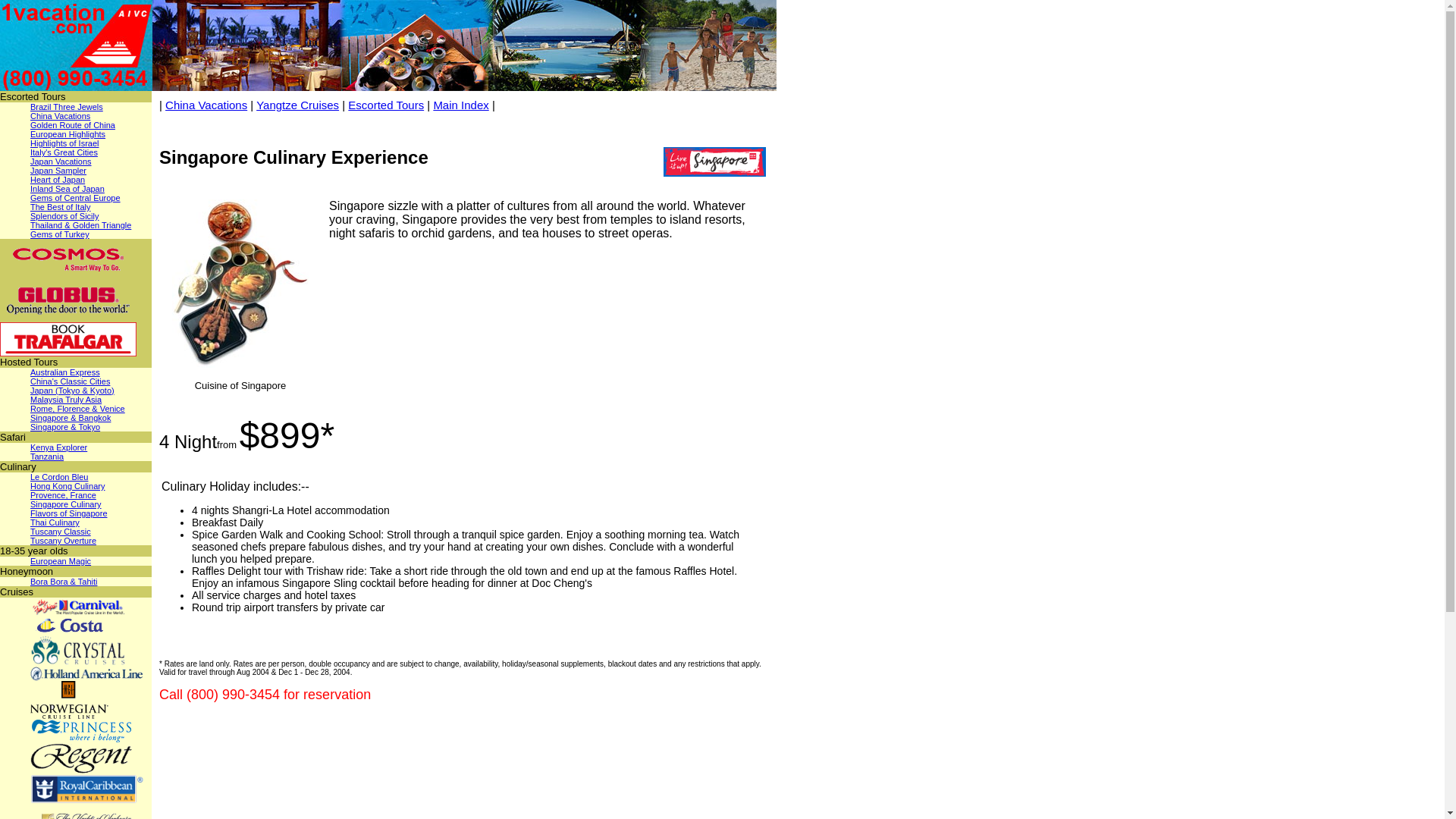 Image resolution: width=1456 pixels, height=819 pixels. Describe the element at coordinates (80, 225) in the screenshot. I see `'Thailand & Golden Triangle'` at that location.